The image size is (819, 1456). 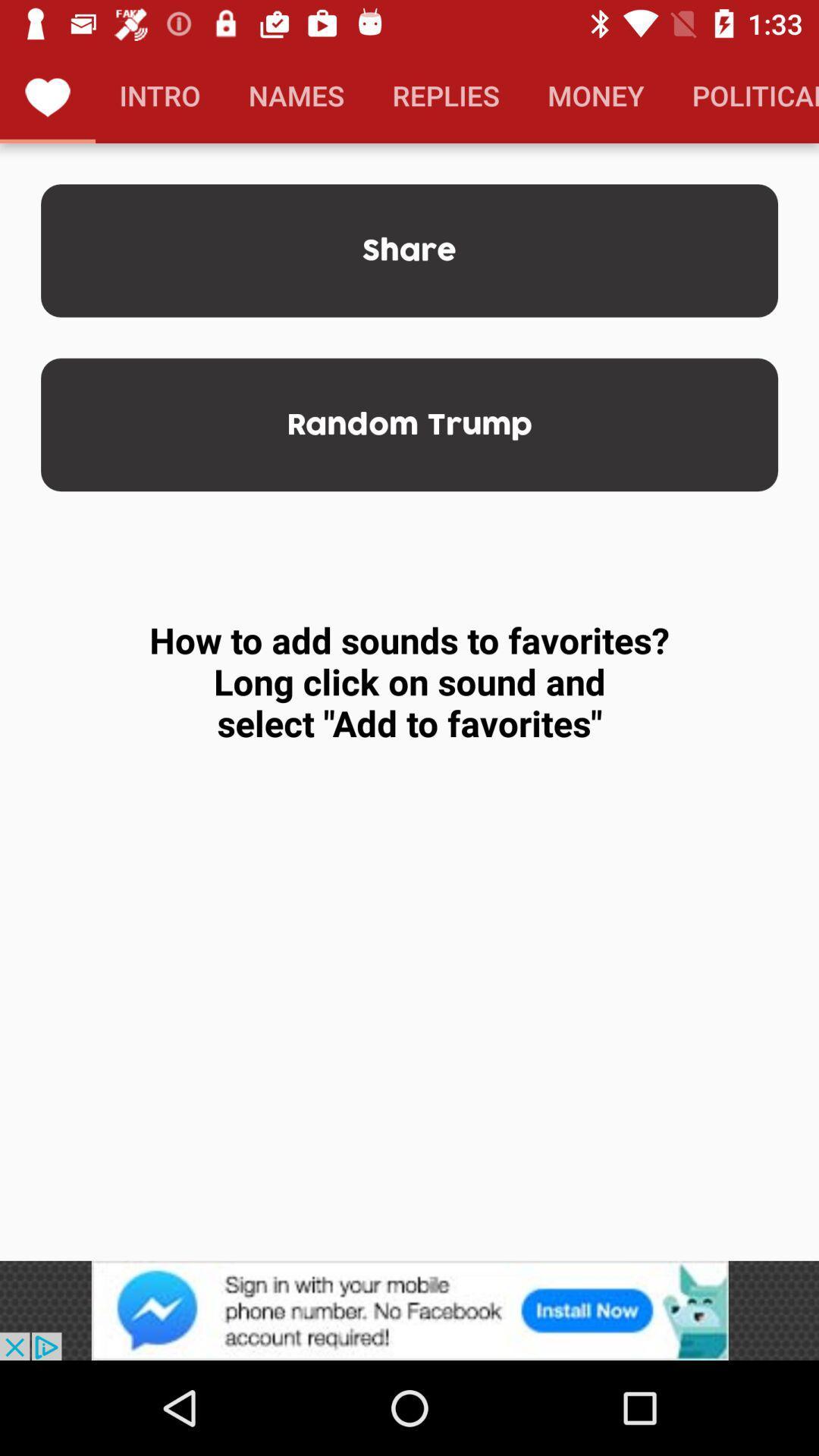 I want to click on pop-up advertisement, so click(x=409, y=1310).